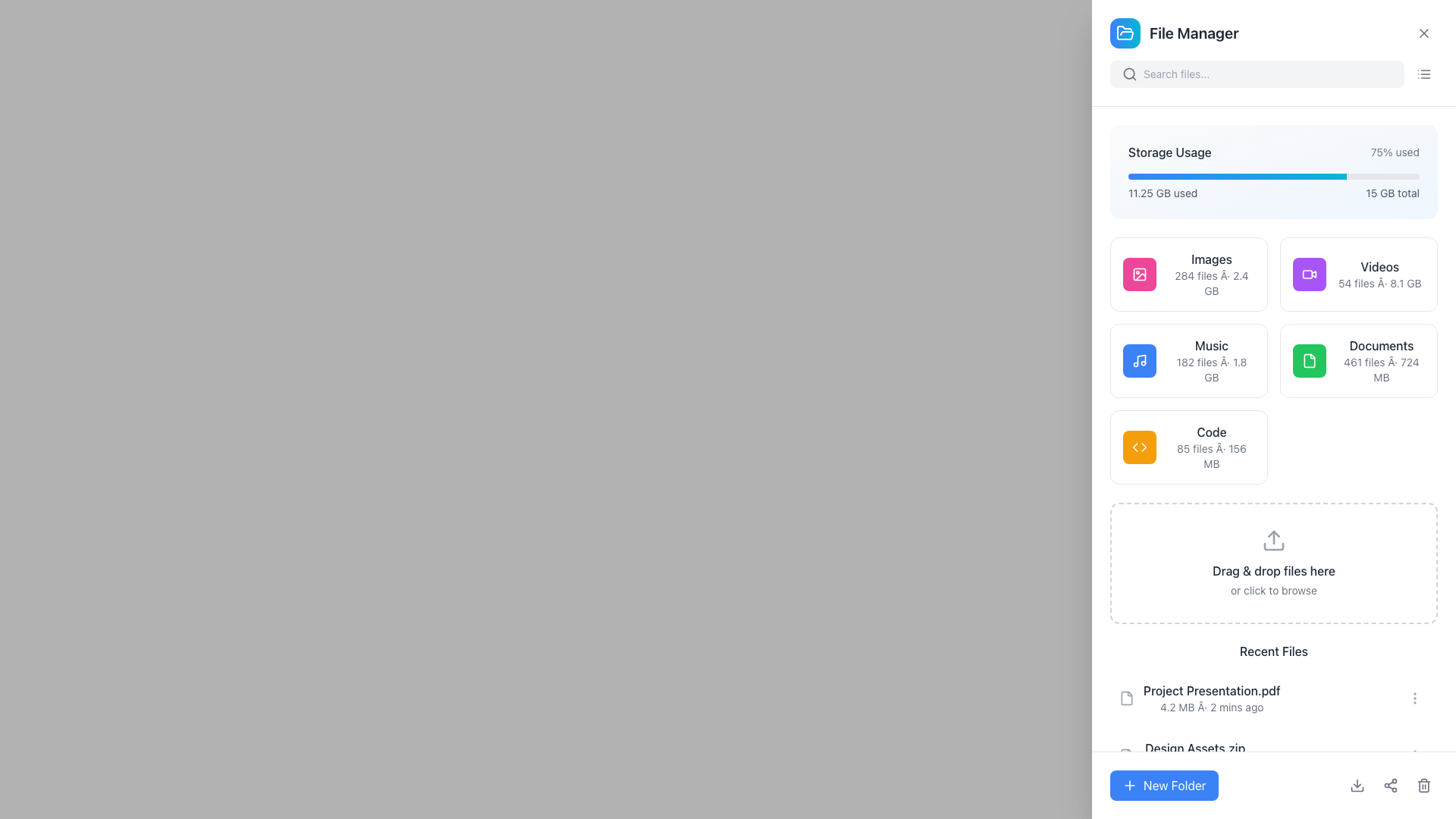 Image resolution: width=1456 pixels, height=819 pixels. Describe the element at coordinates (1199, 698) in the screenshot. I see `the file name in the topmost entry of the 'Recent Files' section` at that location.